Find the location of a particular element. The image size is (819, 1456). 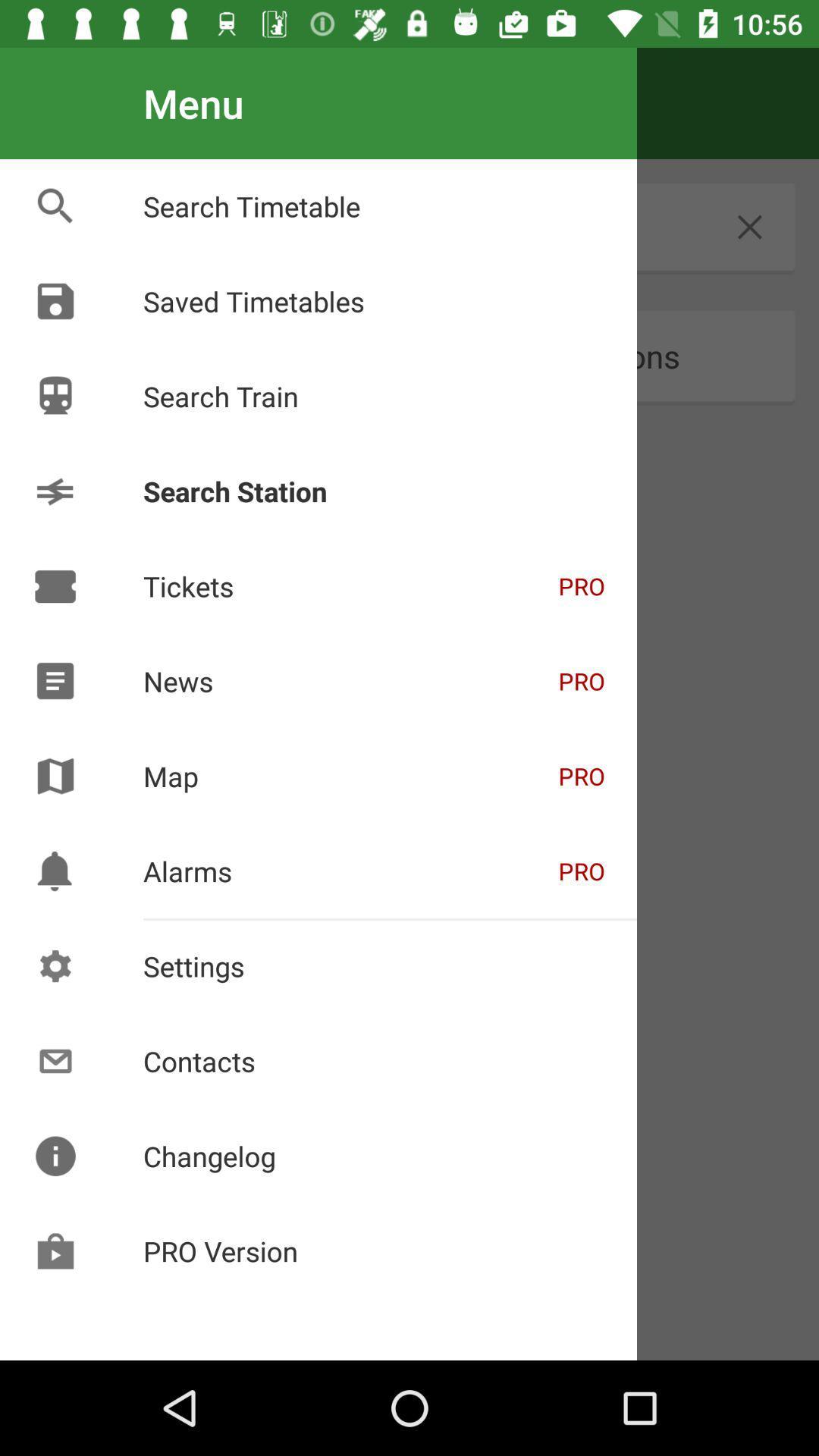

the close icon is located at coordinates (748, 226).